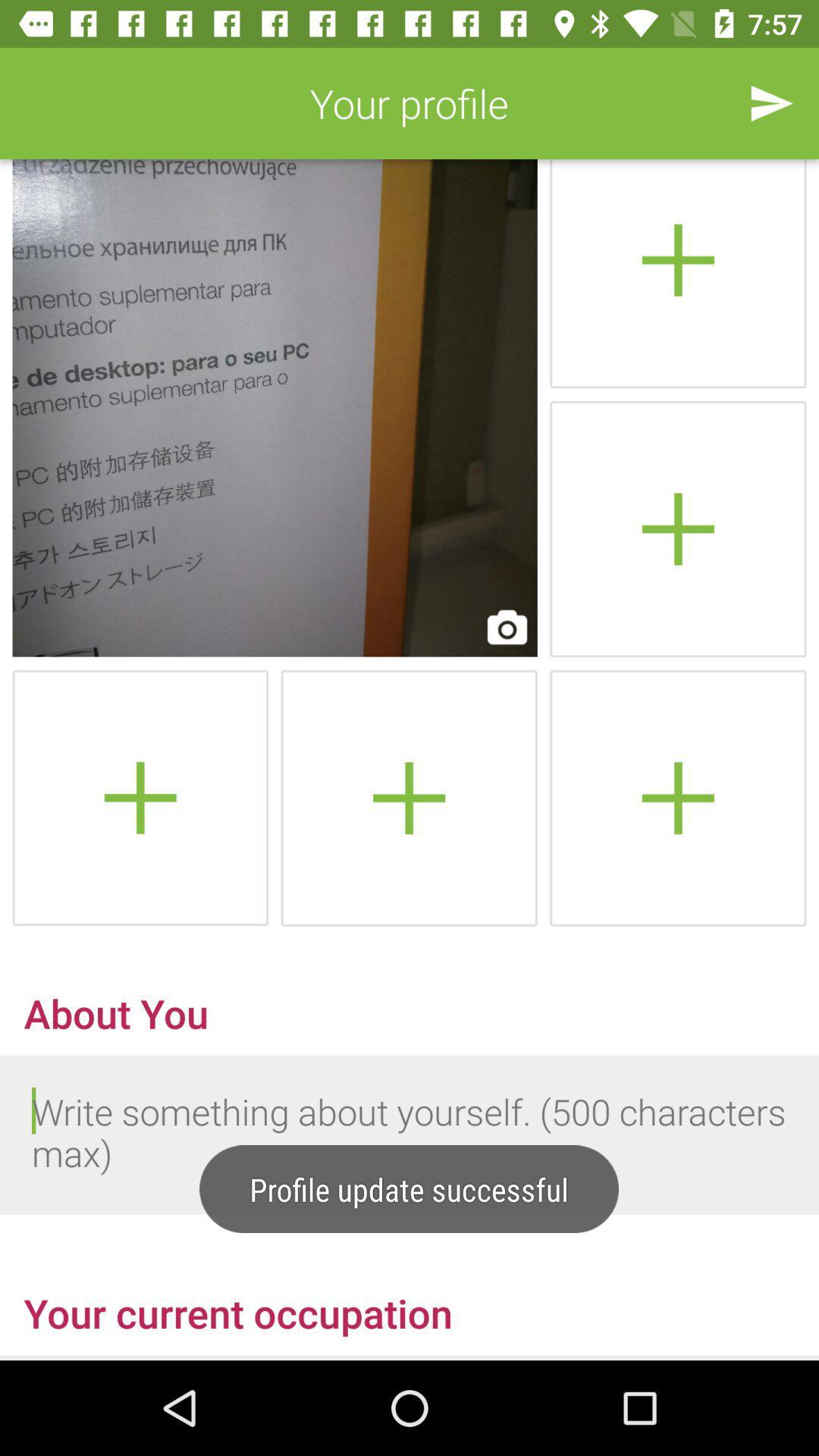  I want to click on new, so click(677, 529).